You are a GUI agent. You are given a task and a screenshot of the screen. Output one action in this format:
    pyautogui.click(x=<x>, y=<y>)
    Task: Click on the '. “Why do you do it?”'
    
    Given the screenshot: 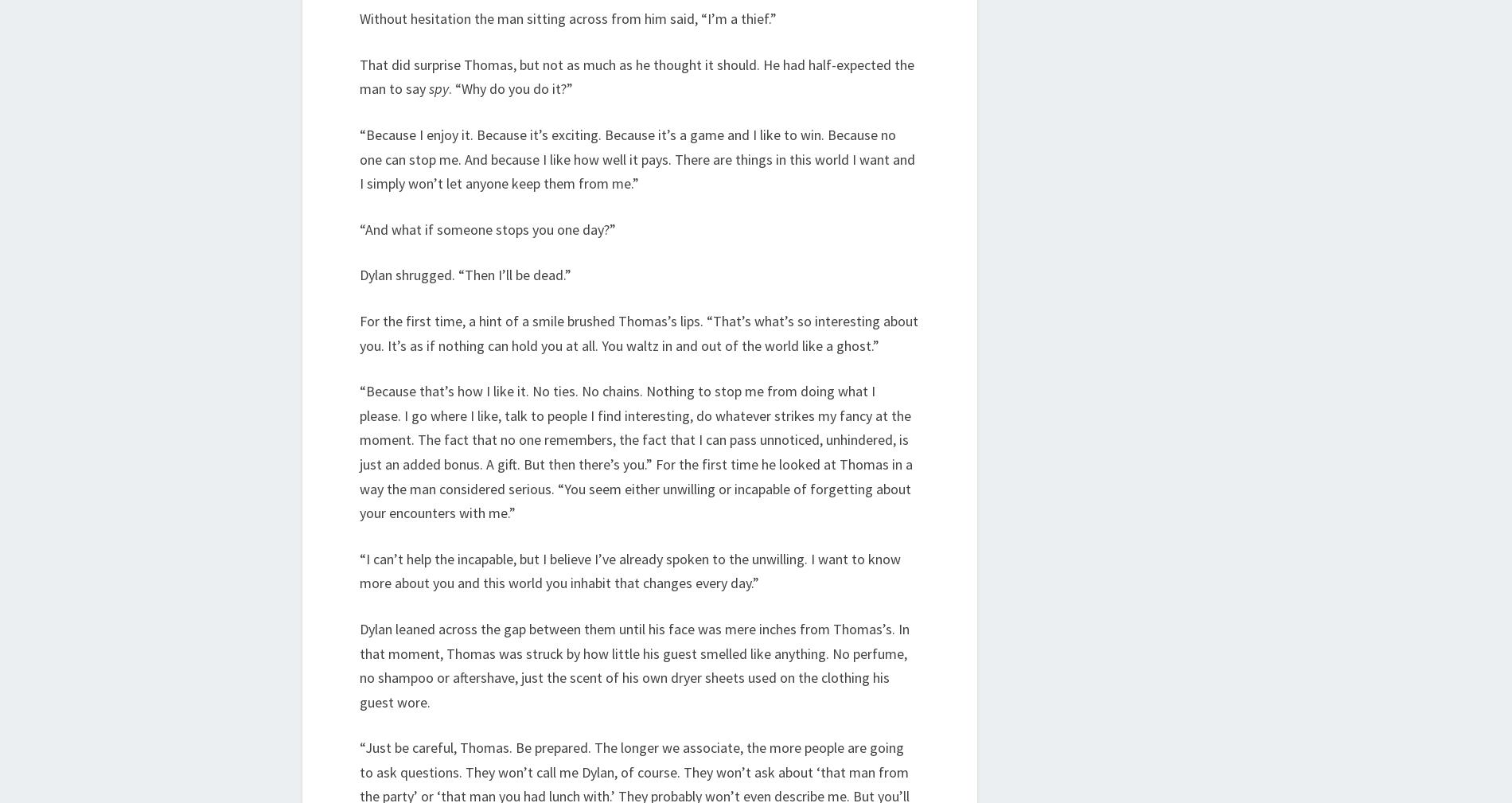 What is the action you would take?
    pyautogui.click(x=448, y=88)
    